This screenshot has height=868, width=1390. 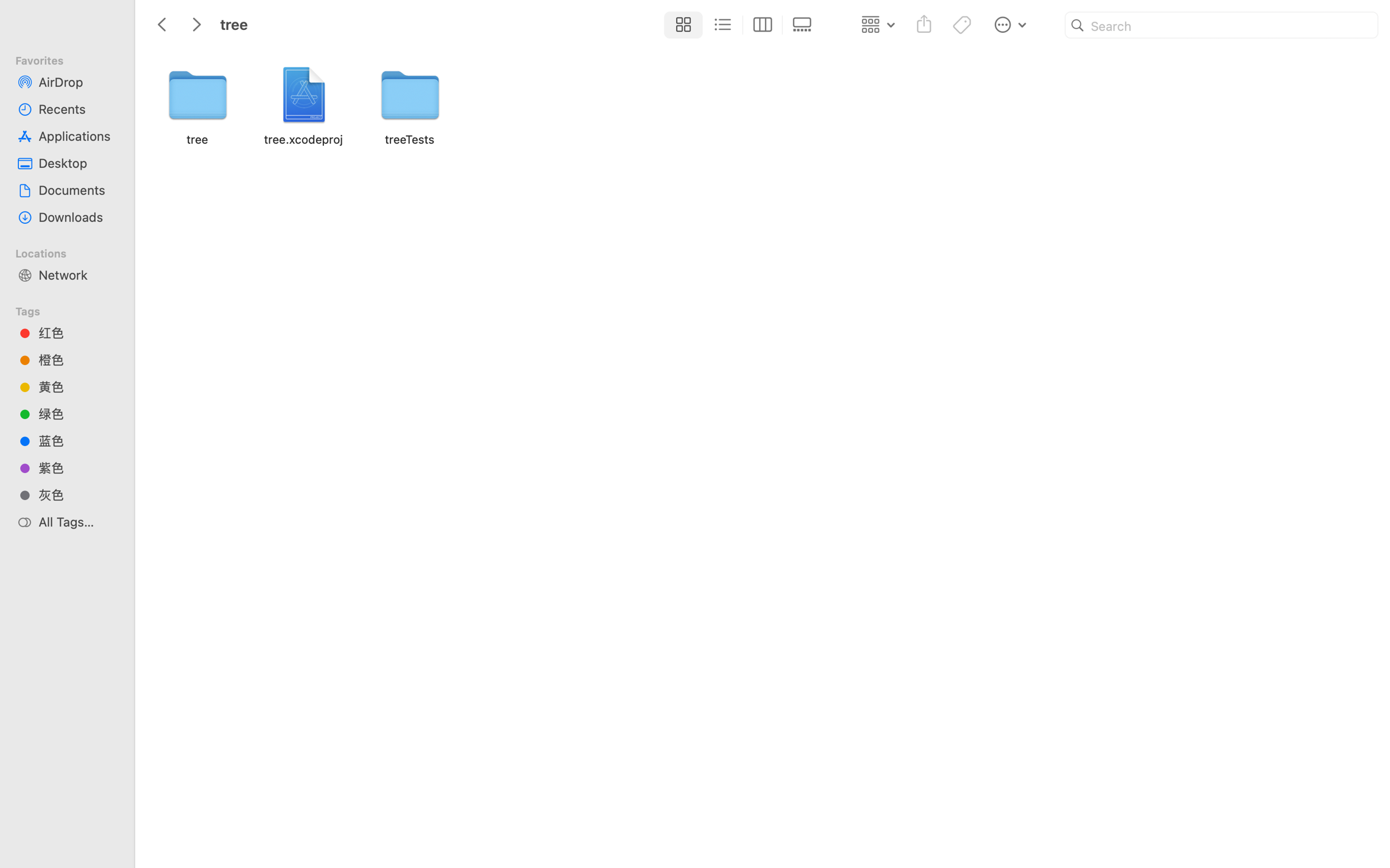 What do you see at coordinates (77, 190) in the screenshot?
I see `'Documents'` at bounding box center [77, 190].